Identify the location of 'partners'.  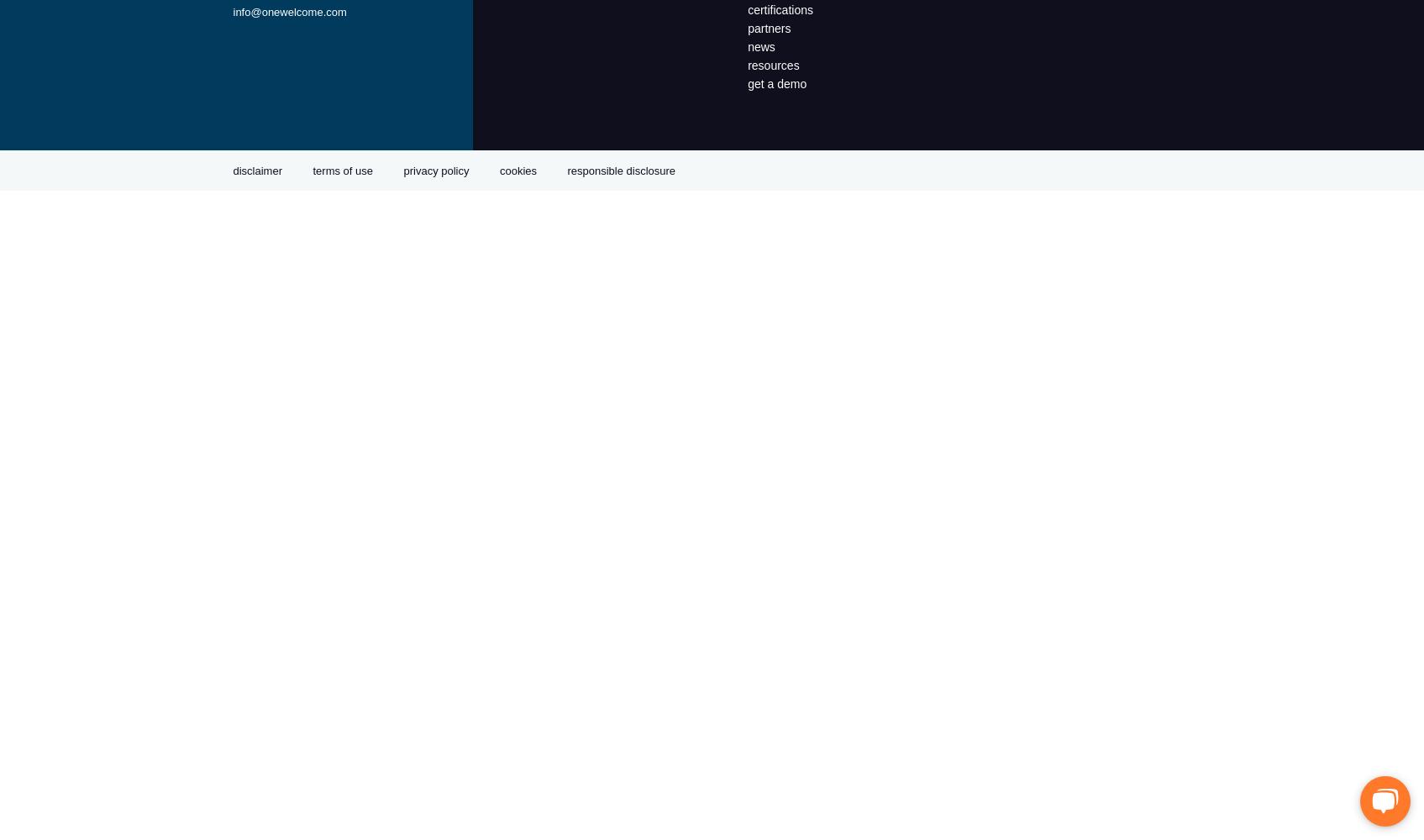
(769, 29).